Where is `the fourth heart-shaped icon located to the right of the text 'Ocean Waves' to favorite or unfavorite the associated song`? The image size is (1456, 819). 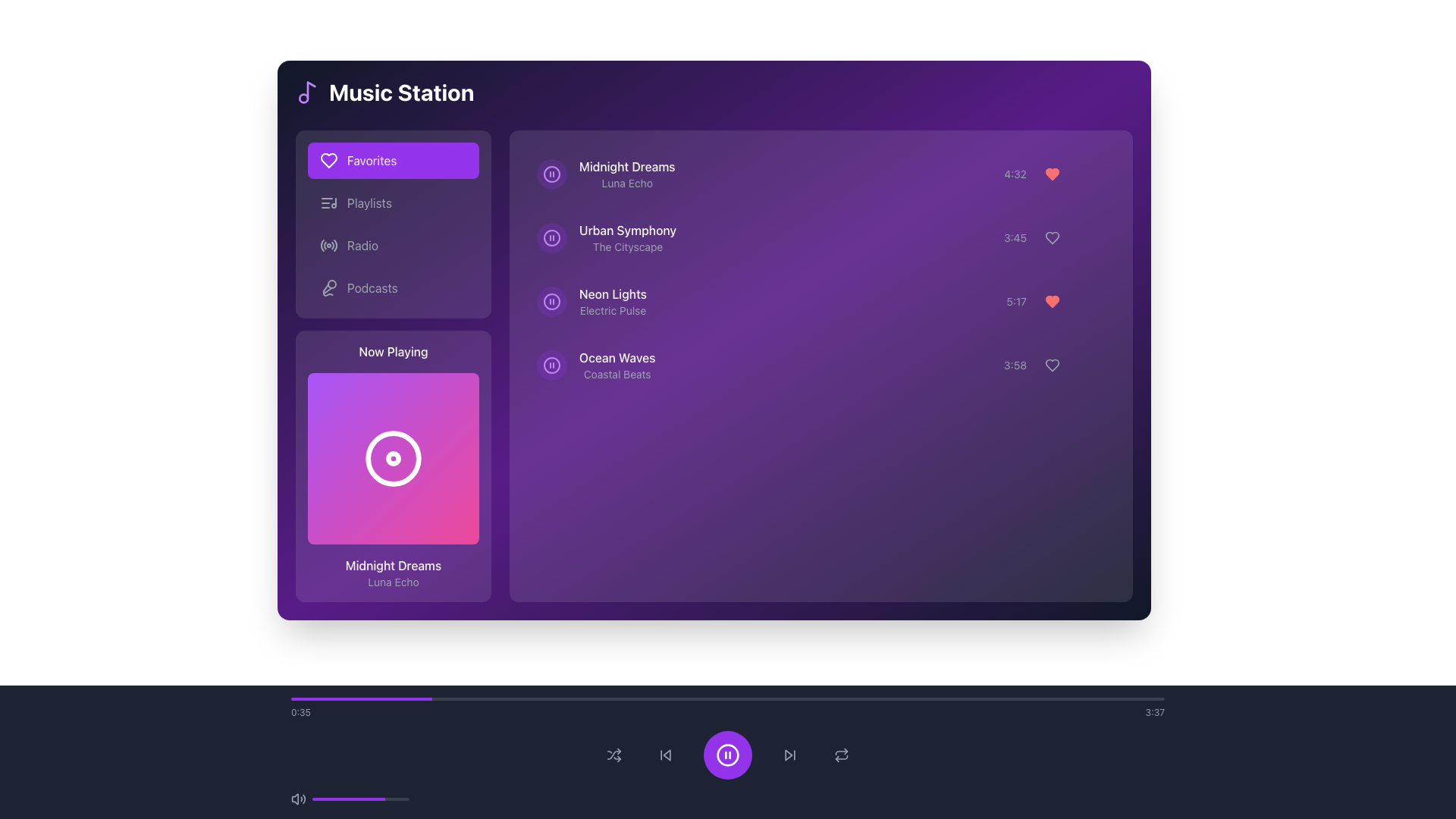
the fourth heart-shaped icon located to the right of the text 'Ocean Waves' to favorite or unfavorite the associated song is located at coordinates (1051, 366).